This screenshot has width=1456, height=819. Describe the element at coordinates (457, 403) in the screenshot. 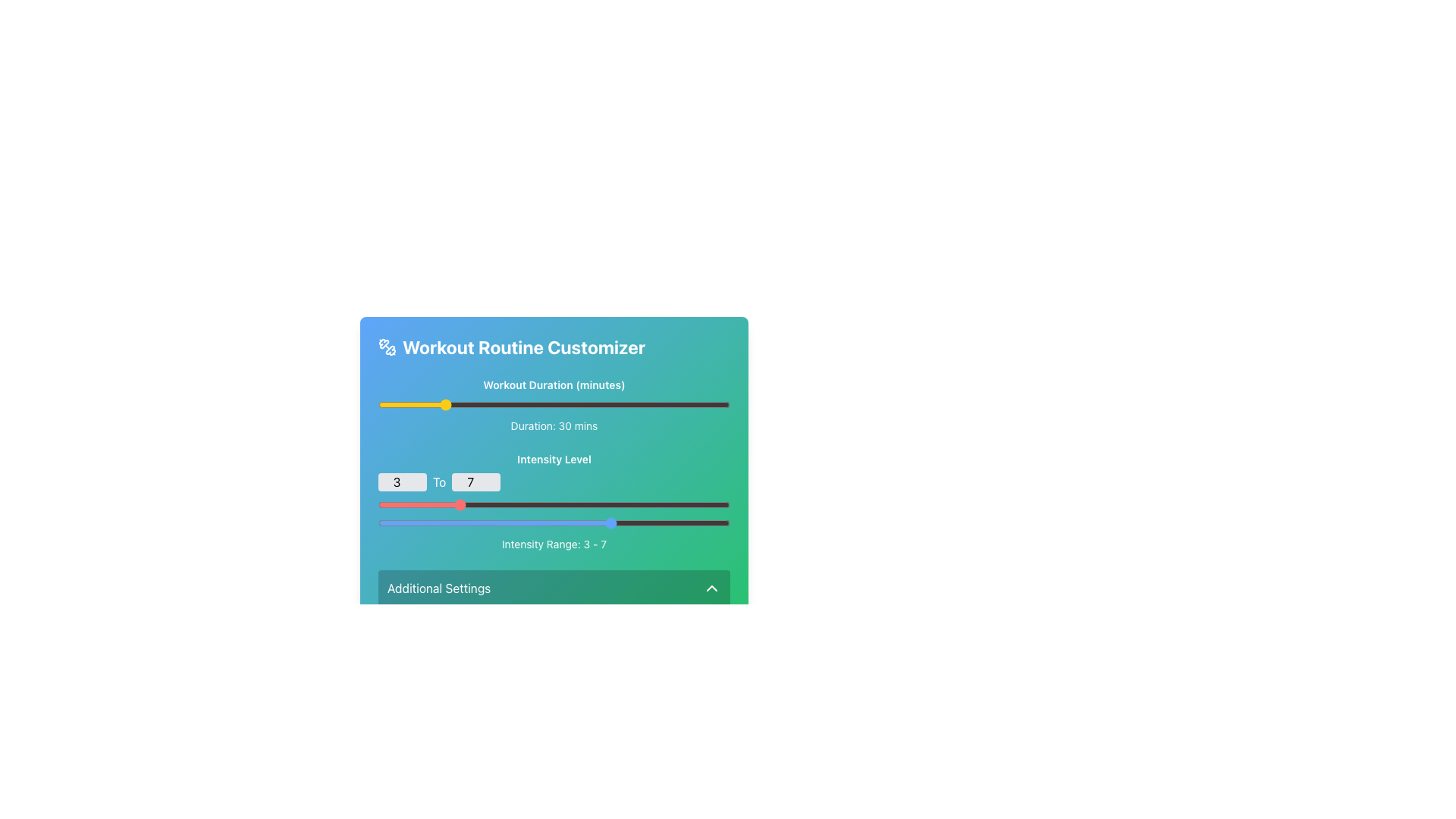

I see `workout duration` at that location.